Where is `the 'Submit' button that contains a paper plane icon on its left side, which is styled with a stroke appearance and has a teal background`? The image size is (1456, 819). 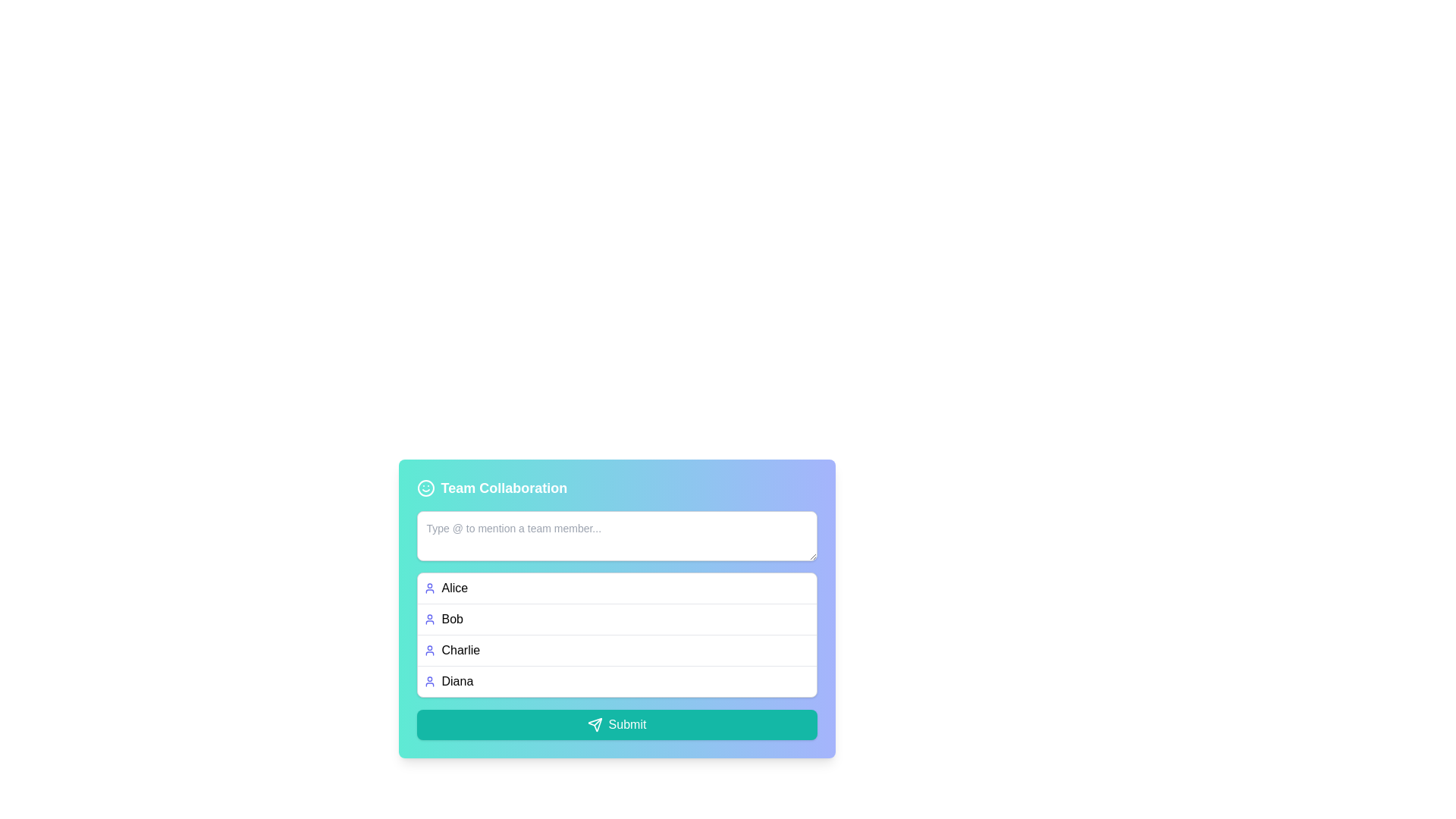
the 'Submit' button that contains a paper plane icon on its left side, which is styled with a stroke appearance and has a teal background is located at coordinates (594, 724).